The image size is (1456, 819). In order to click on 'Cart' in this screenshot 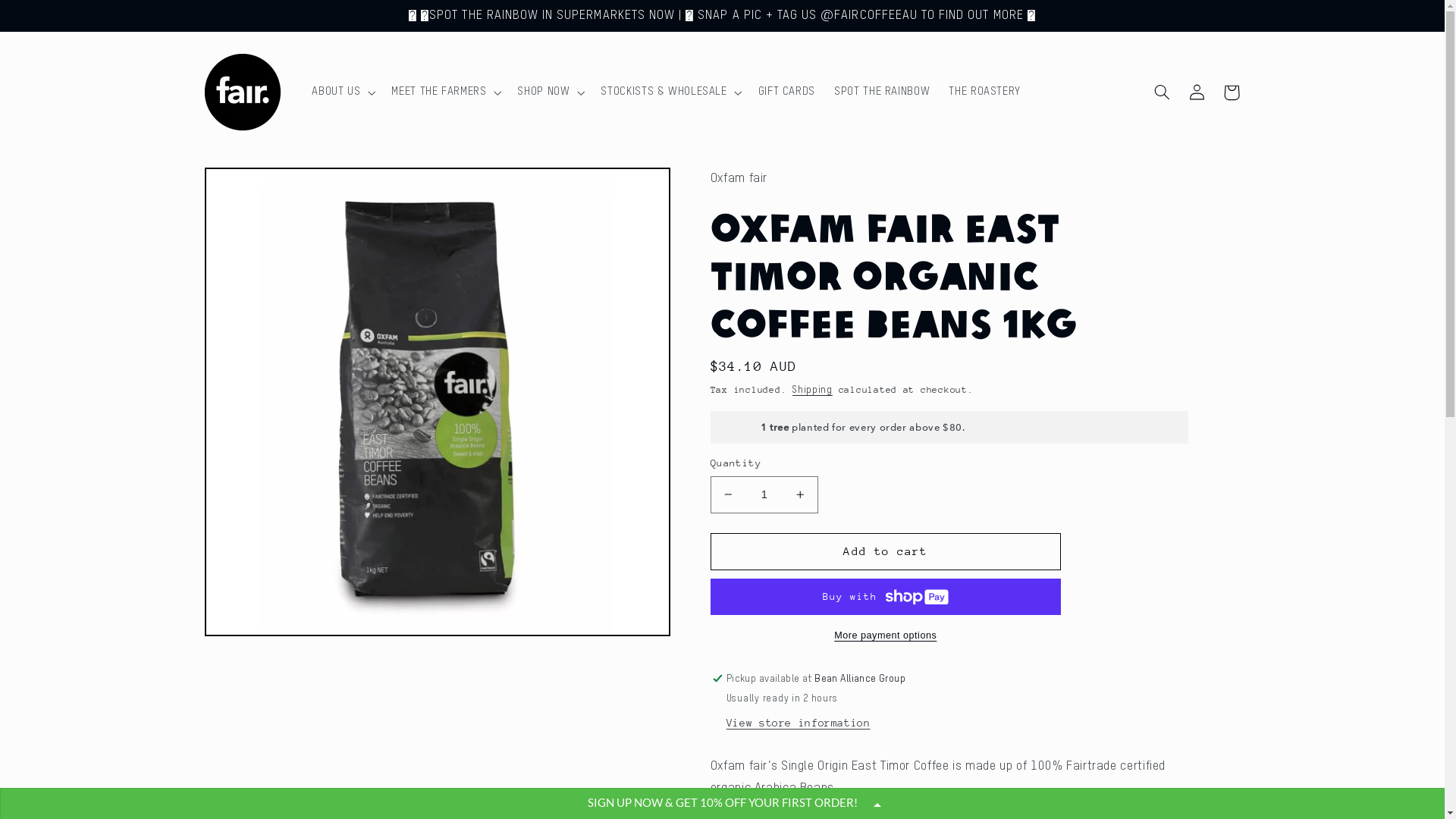, I will do `click(1231, 93)`.